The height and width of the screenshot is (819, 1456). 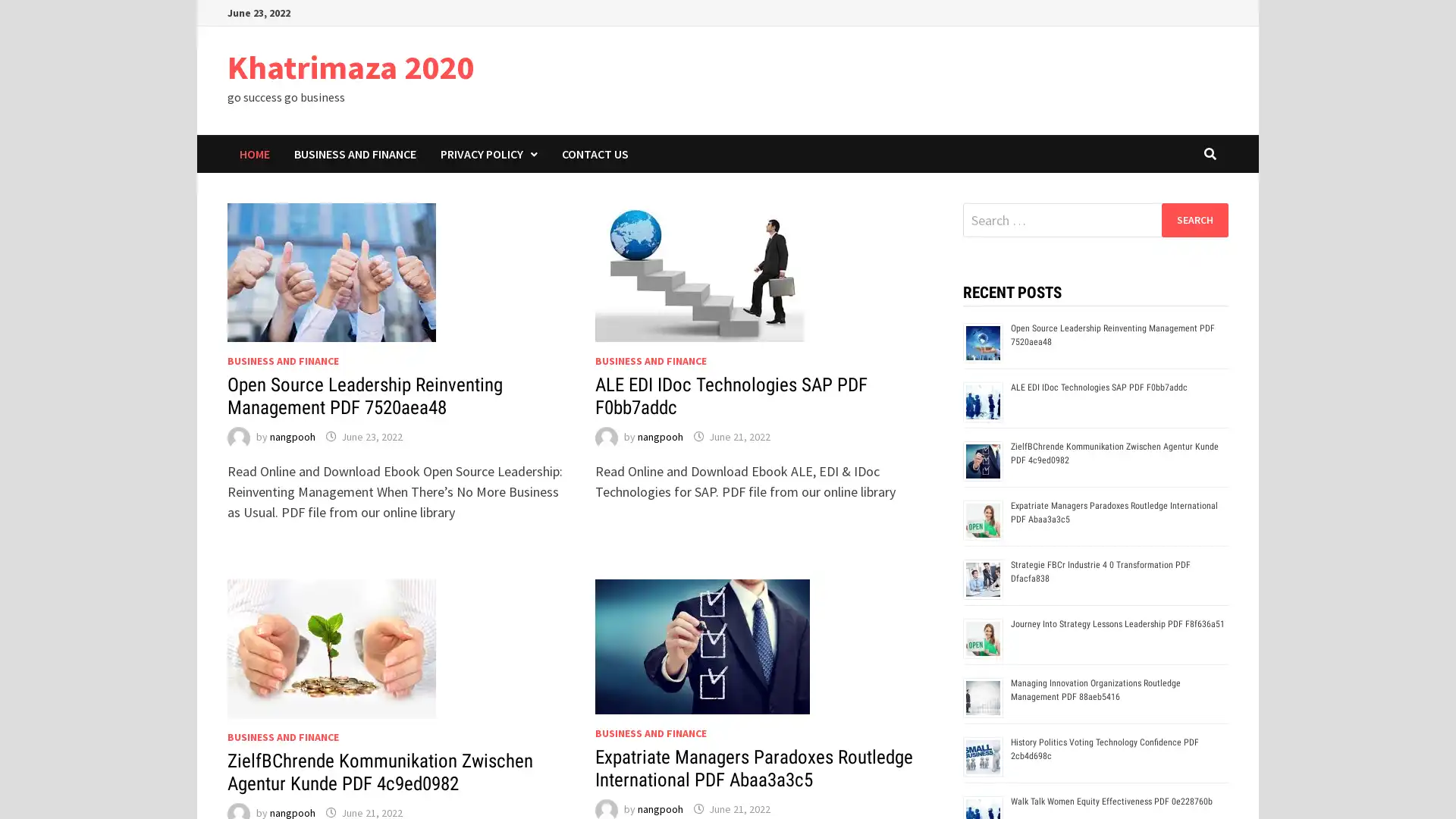 What do you see at coordinates (1194, 219) in the screenshot?
I see `Search` at bounding box center [1194, 219].